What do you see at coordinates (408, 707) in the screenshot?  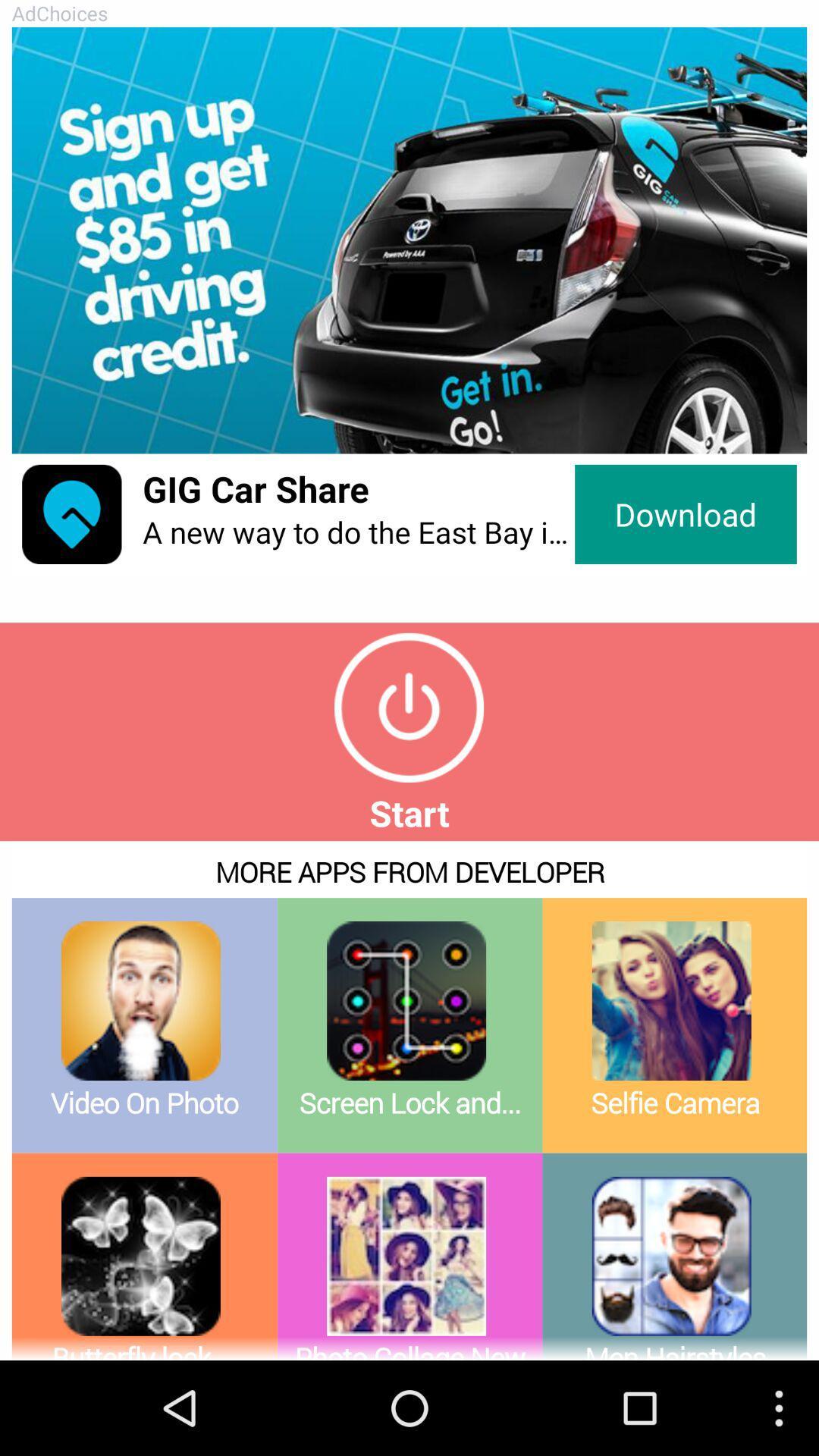 I see `switch off` at bounding box center [408, 707].